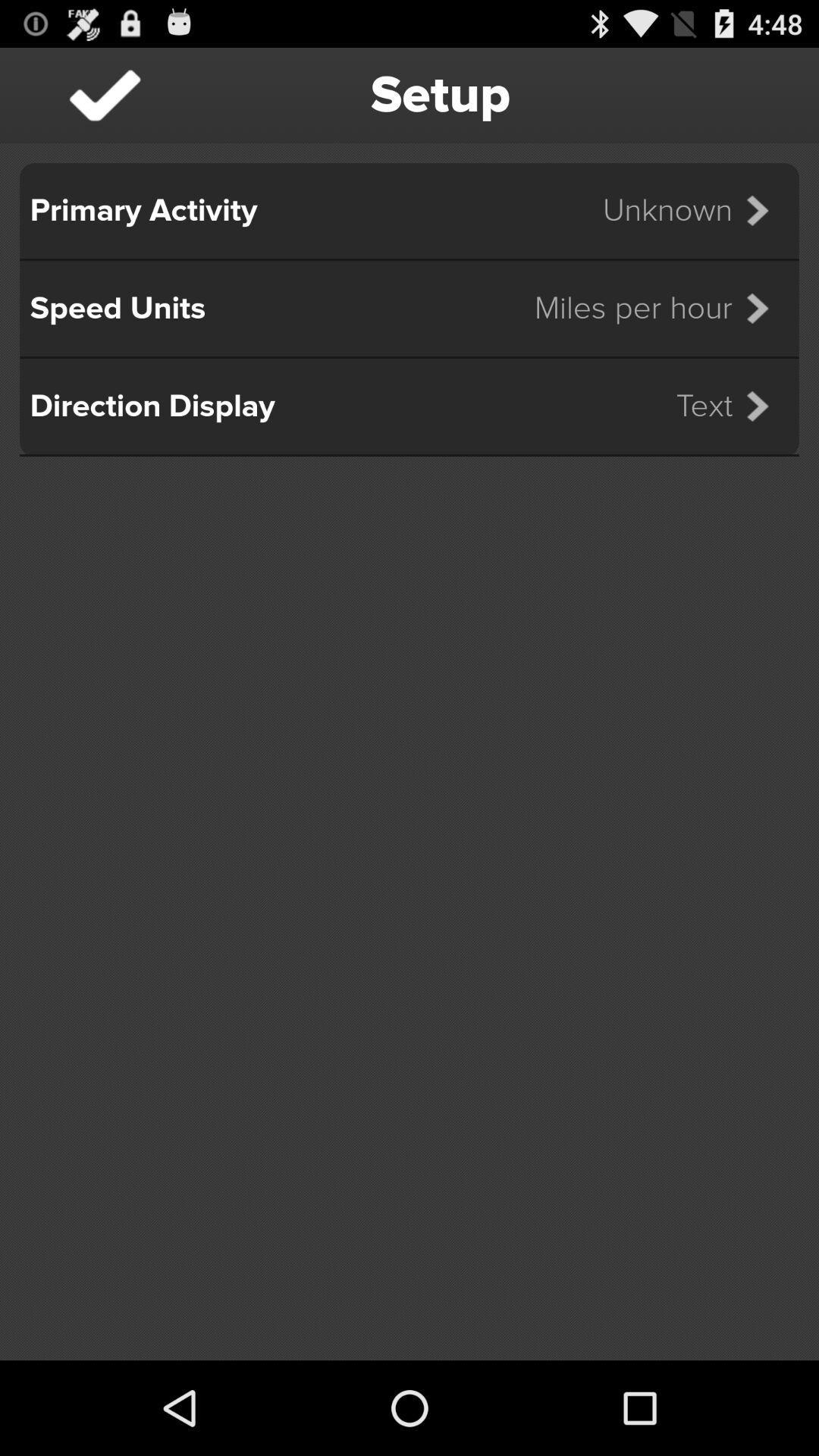 This screenshot has height=1456, width=819. What do you see at coordinates (104, 94) in the screenshot?
I see `icon to the left of setup` at bounding box center [104, 94].